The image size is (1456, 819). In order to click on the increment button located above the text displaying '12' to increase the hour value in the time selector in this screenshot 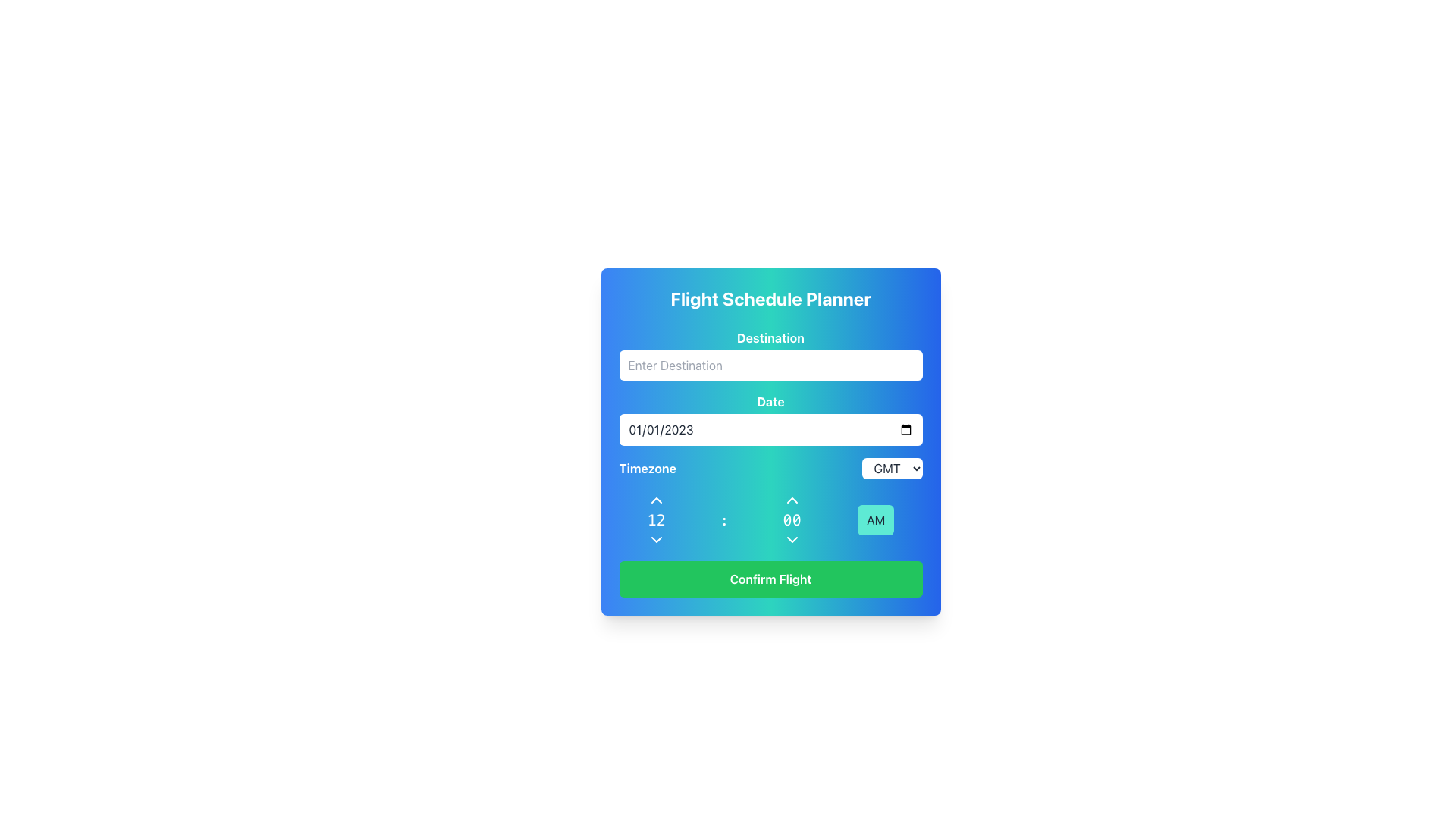, I will do `click(656, 500)`.